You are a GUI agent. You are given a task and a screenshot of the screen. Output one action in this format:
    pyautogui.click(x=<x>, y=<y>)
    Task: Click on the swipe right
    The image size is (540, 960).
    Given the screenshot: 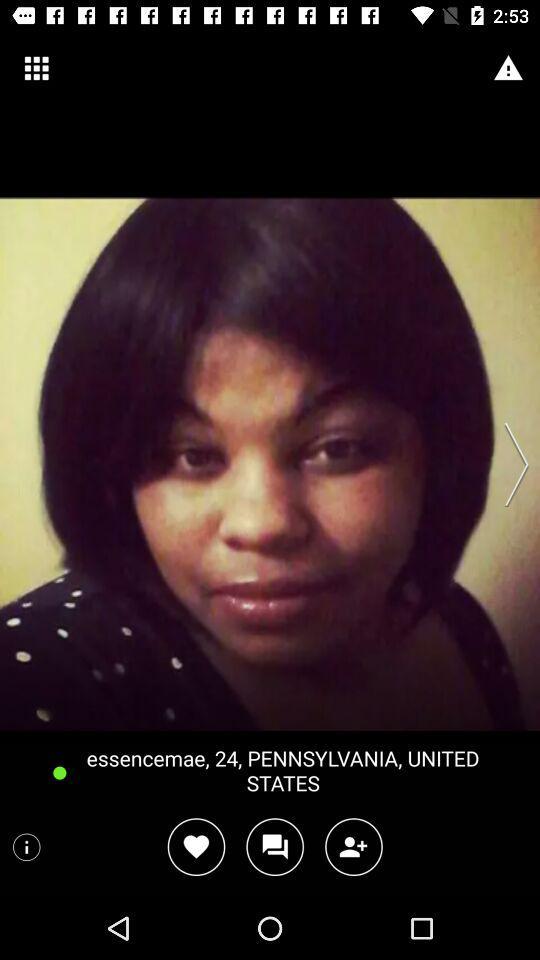 What is the action you would take?
    pyautogui.click(x=510, y=464)
    